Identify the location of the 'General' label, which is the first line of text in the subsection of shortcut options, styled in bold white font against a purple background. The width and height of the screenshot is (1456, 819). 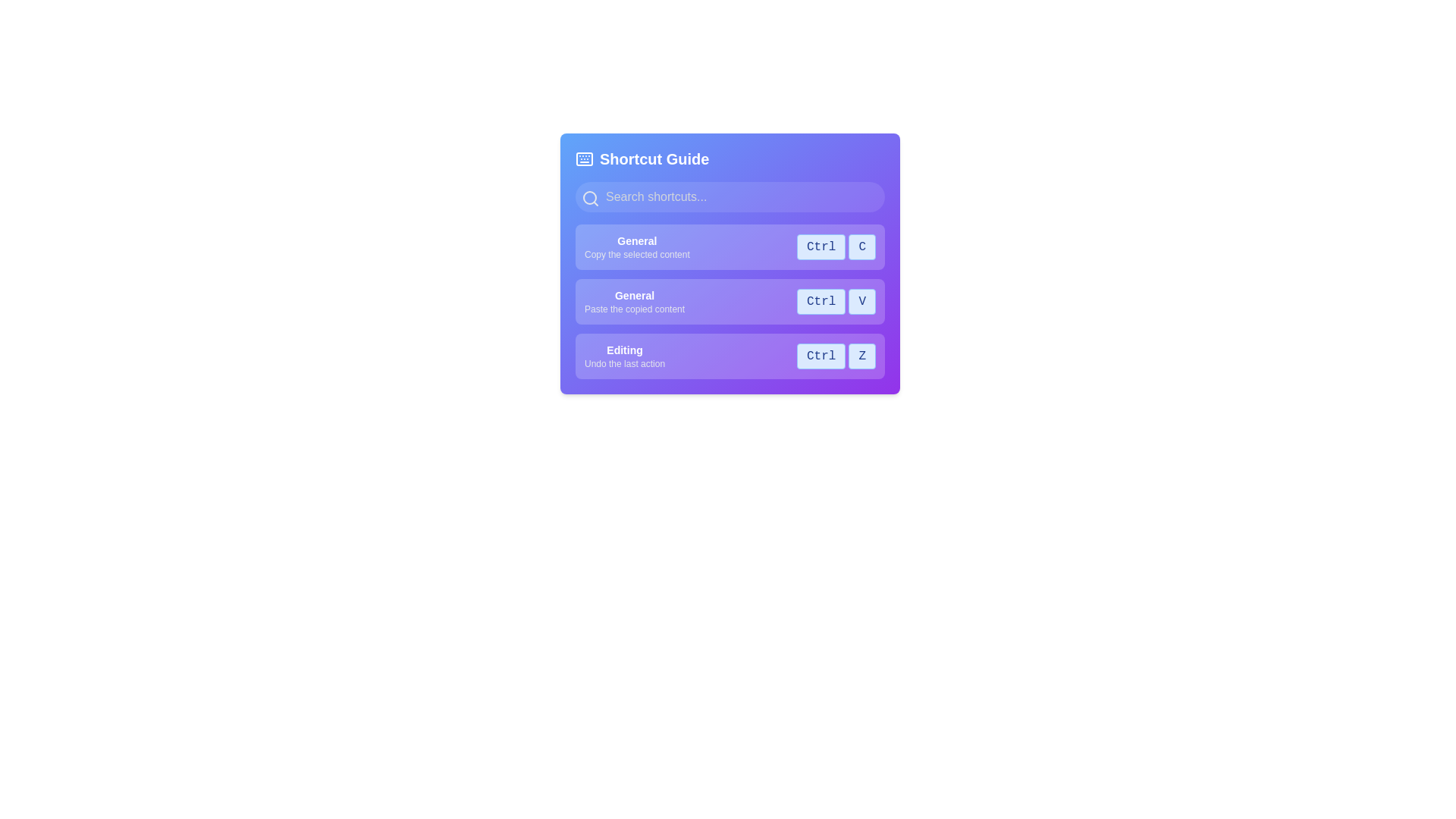
(635, 295).